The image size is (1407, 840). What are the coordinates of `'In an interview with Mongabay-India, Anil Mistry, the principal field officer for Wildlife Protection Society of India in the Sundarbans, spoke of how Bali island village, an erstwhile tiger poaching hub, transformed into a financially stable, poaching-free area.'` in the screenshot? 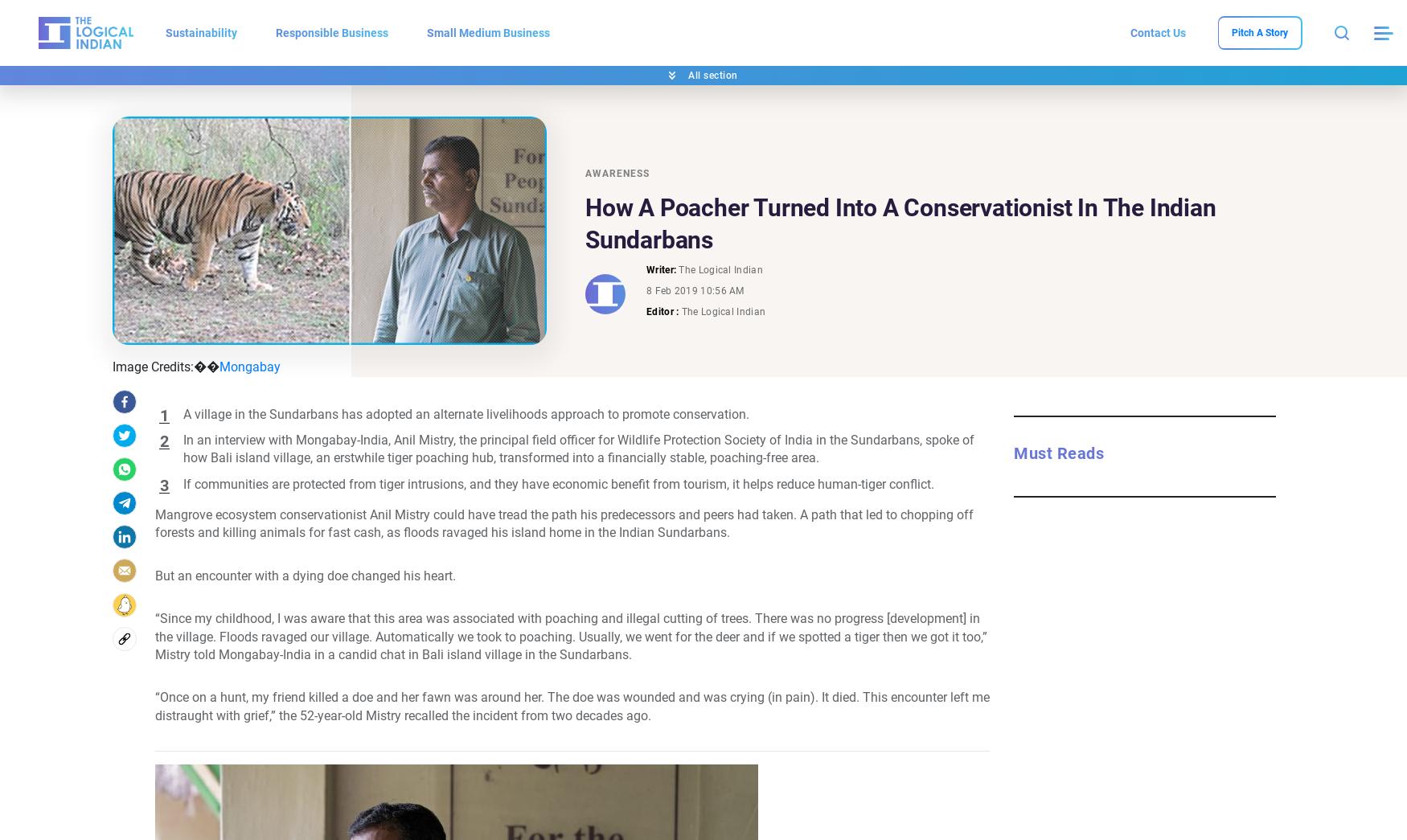 It's located at (578, 449).